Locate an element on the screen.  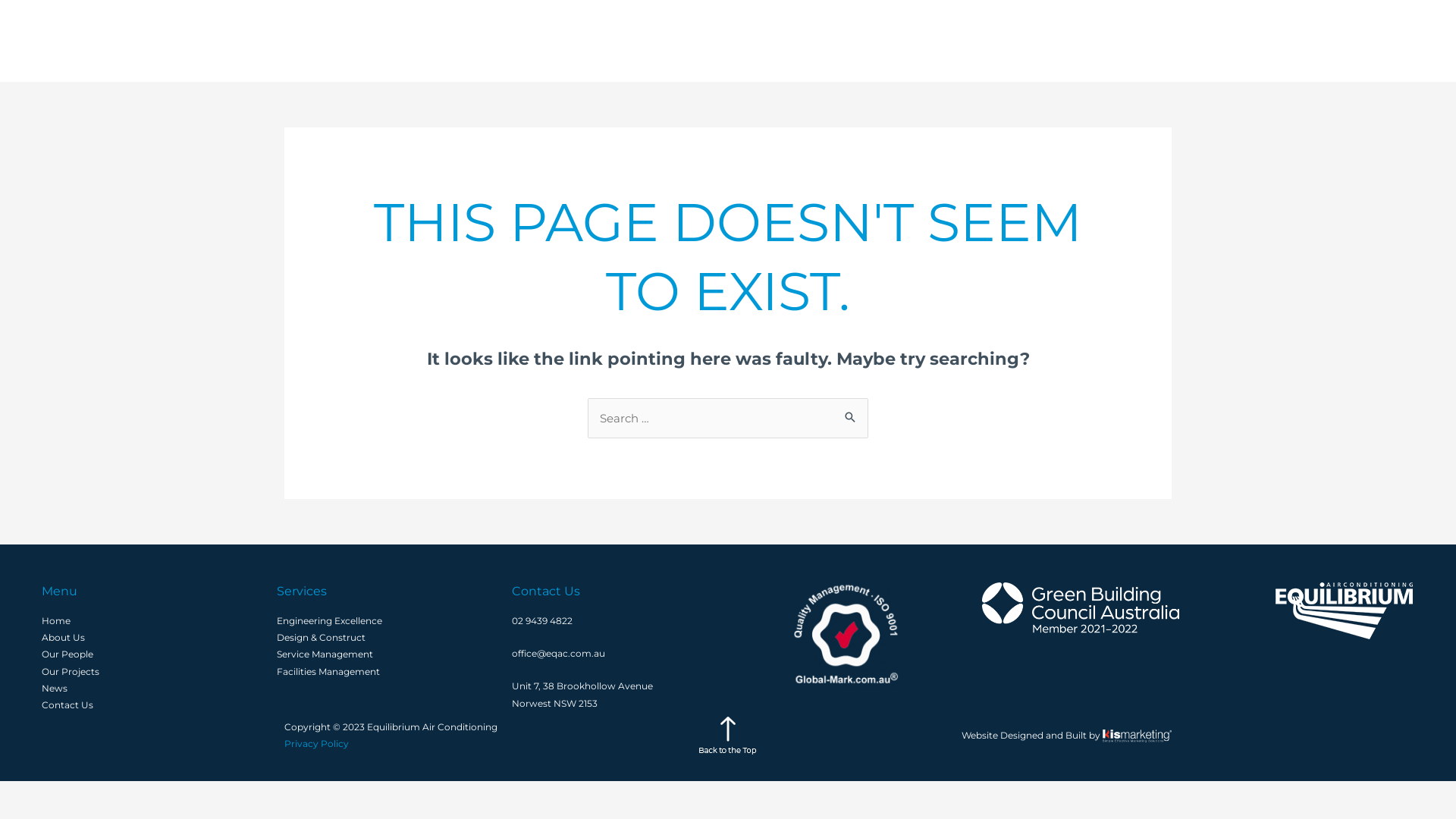
'Unit 7, 38 Brookhollow Avenue' is located at coordinates (512, 686).